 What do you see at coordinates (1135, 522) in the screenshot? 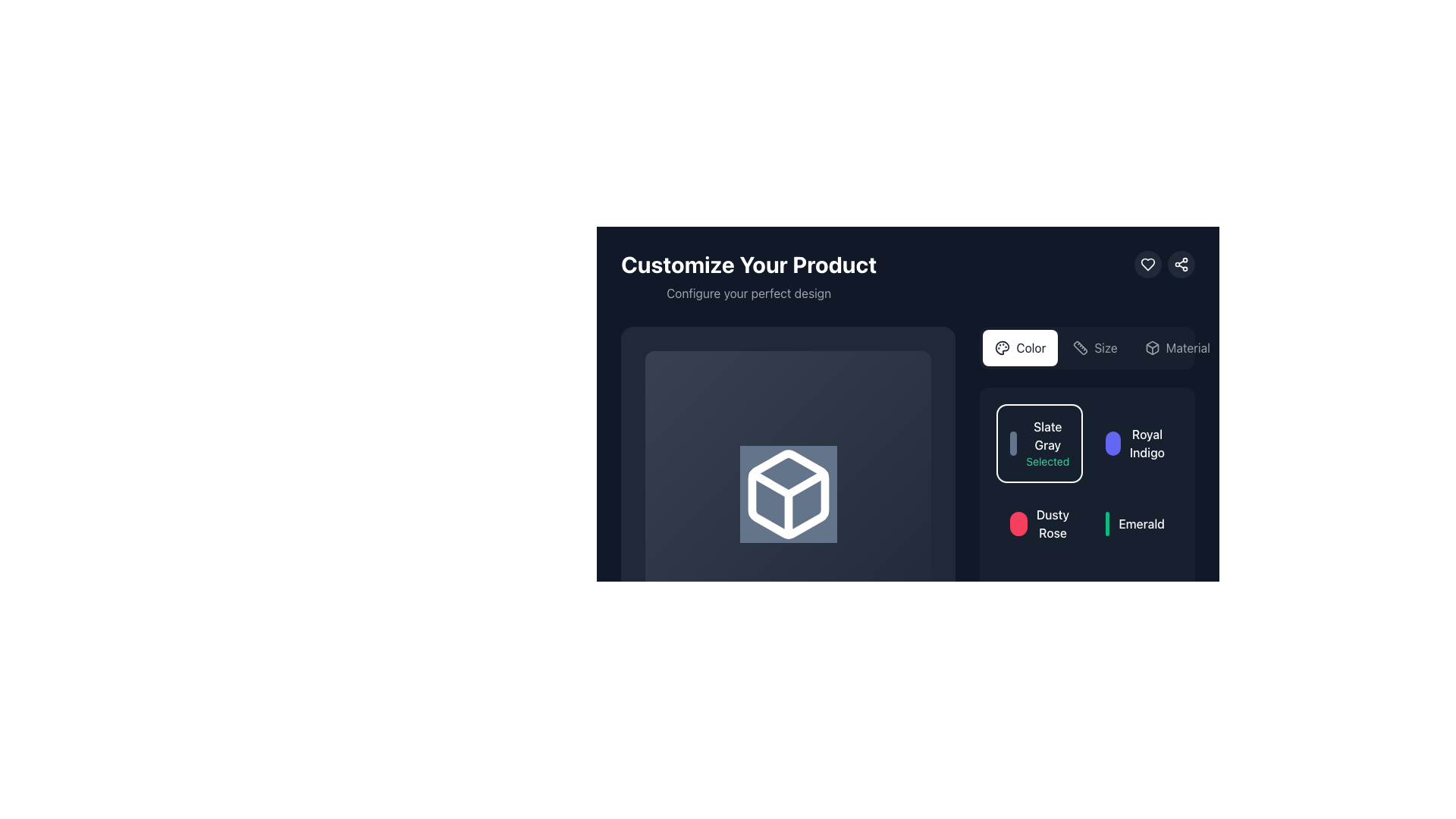
I see `the 'Emerald' button, which features white text and a green circular icon` at bounding box center [1135, 522].